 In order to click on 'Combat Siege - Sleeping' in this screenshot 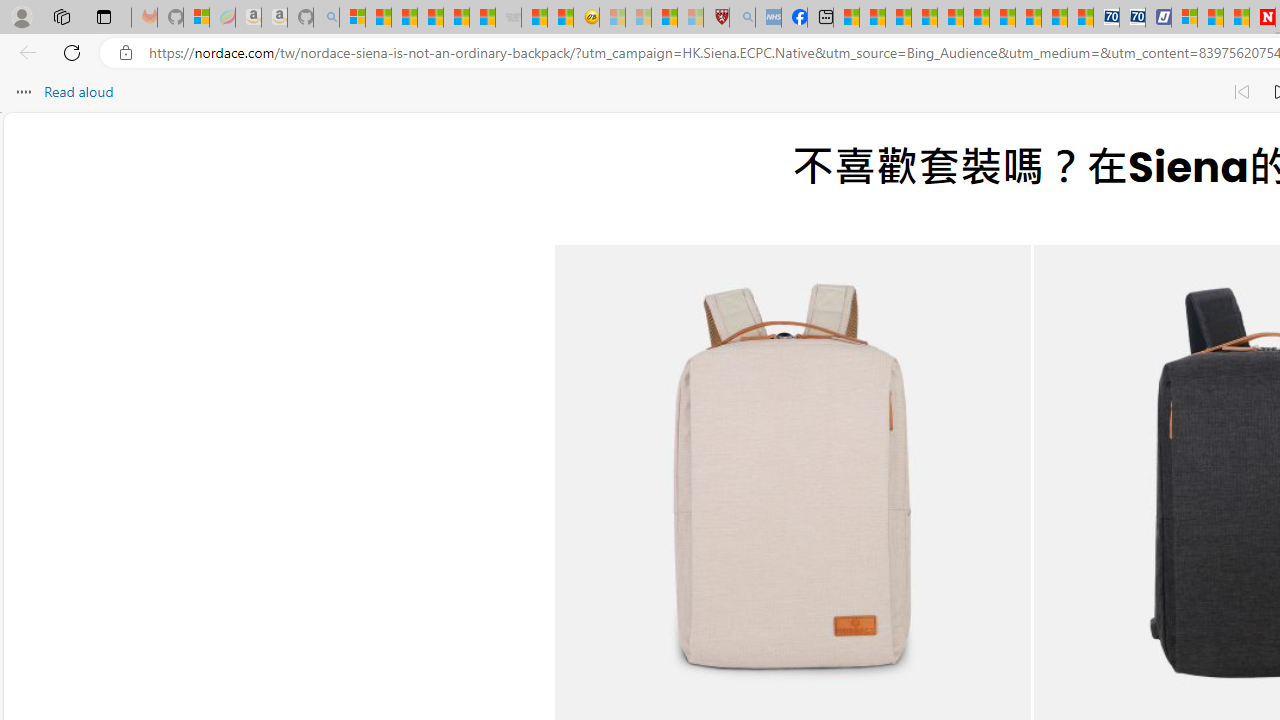, I will do `click(508, 17)`.